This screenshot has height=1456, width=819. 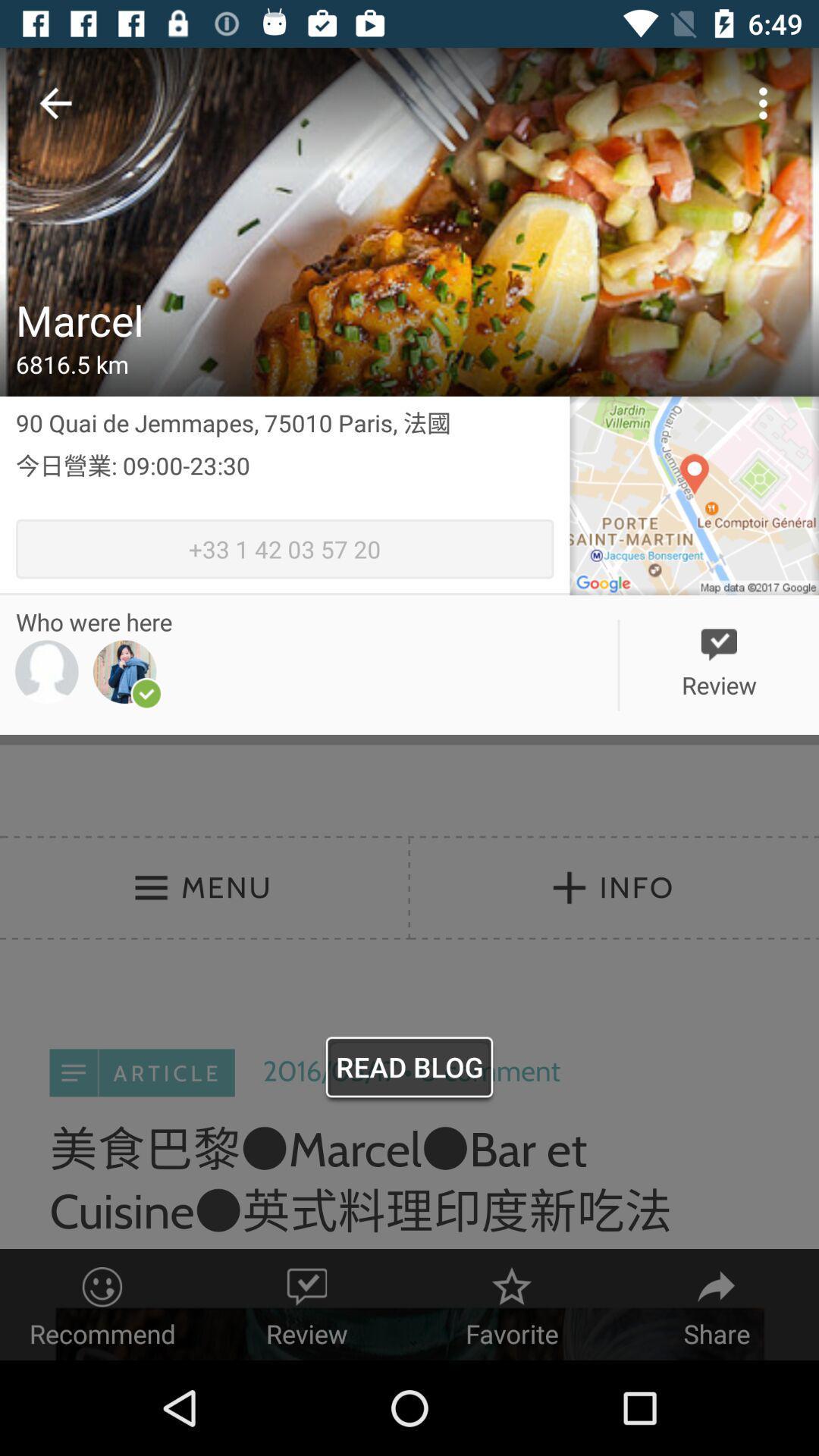 I want to click on the arrow_backward icon, so click(x=55, y=106).